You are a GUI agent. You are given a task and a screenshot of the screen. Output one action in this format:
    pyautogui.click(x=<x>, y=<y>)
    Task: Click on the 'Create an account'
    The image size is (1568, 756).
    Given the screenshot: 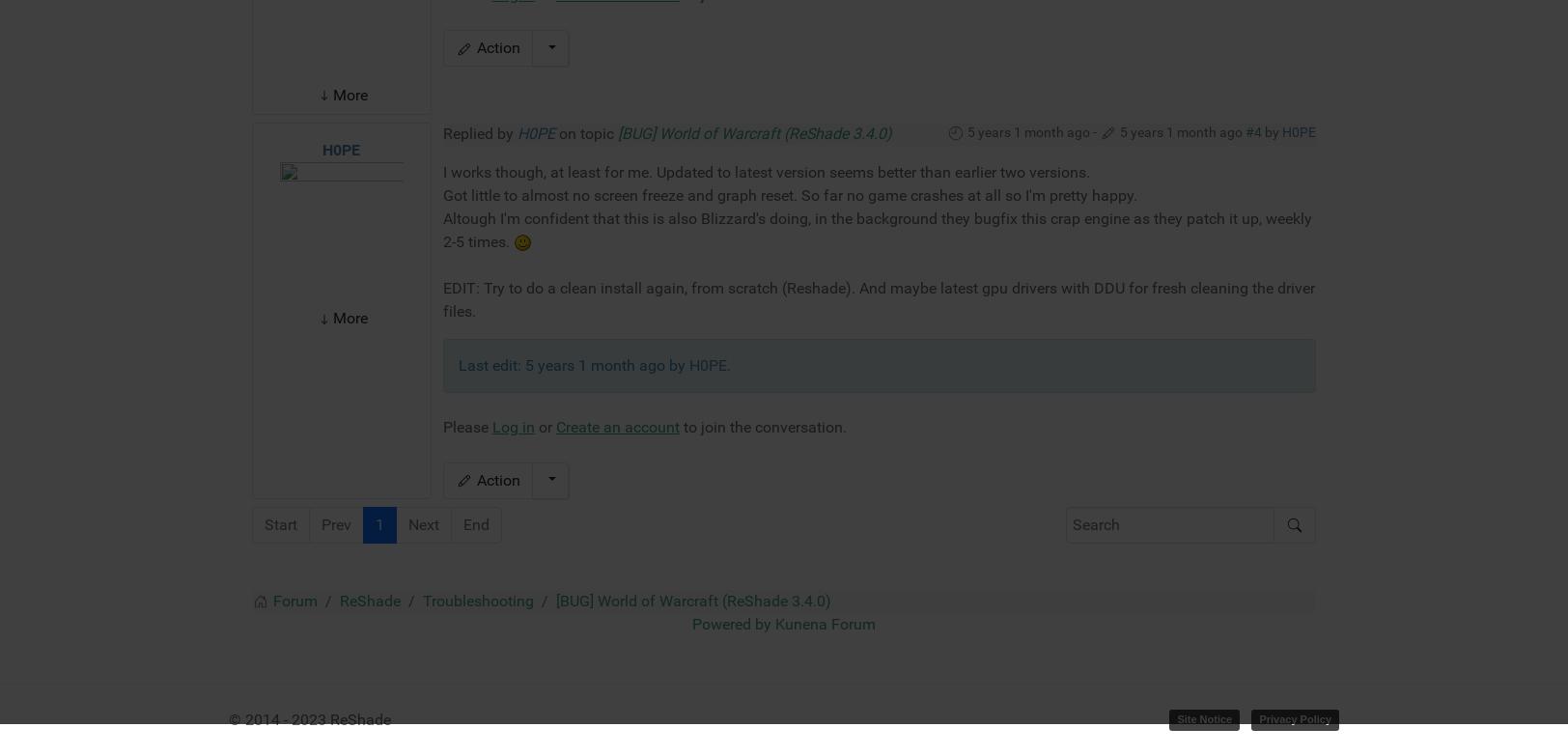 What is the action you would take?
    pyautogui.click(x=617, y=121)
    